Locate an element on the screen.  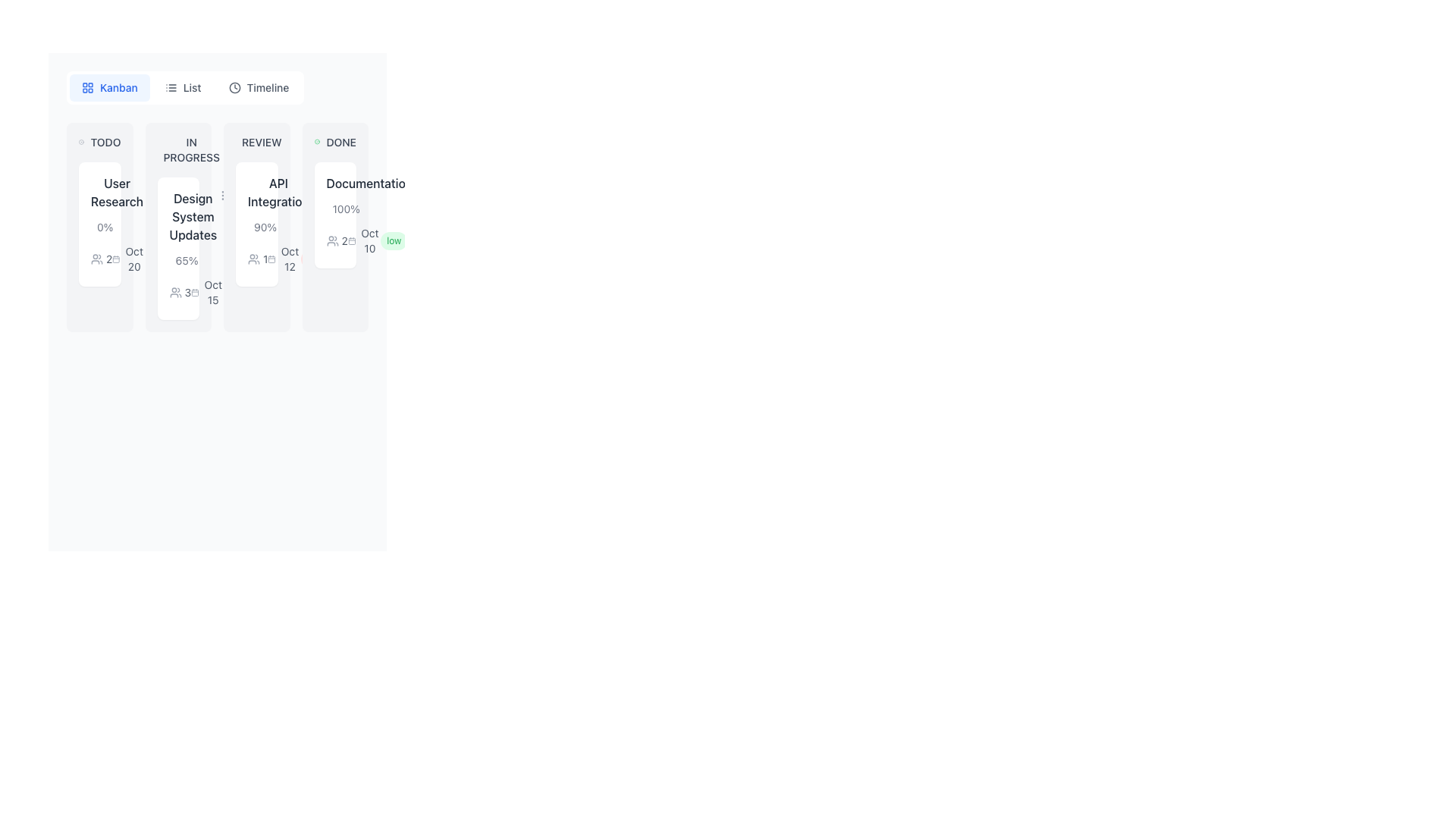
the Progress indicator displaying '90%' in the task card titled 'API Integration' under the 'Review' column of the Kanban board is located at coordinates (256, 227).